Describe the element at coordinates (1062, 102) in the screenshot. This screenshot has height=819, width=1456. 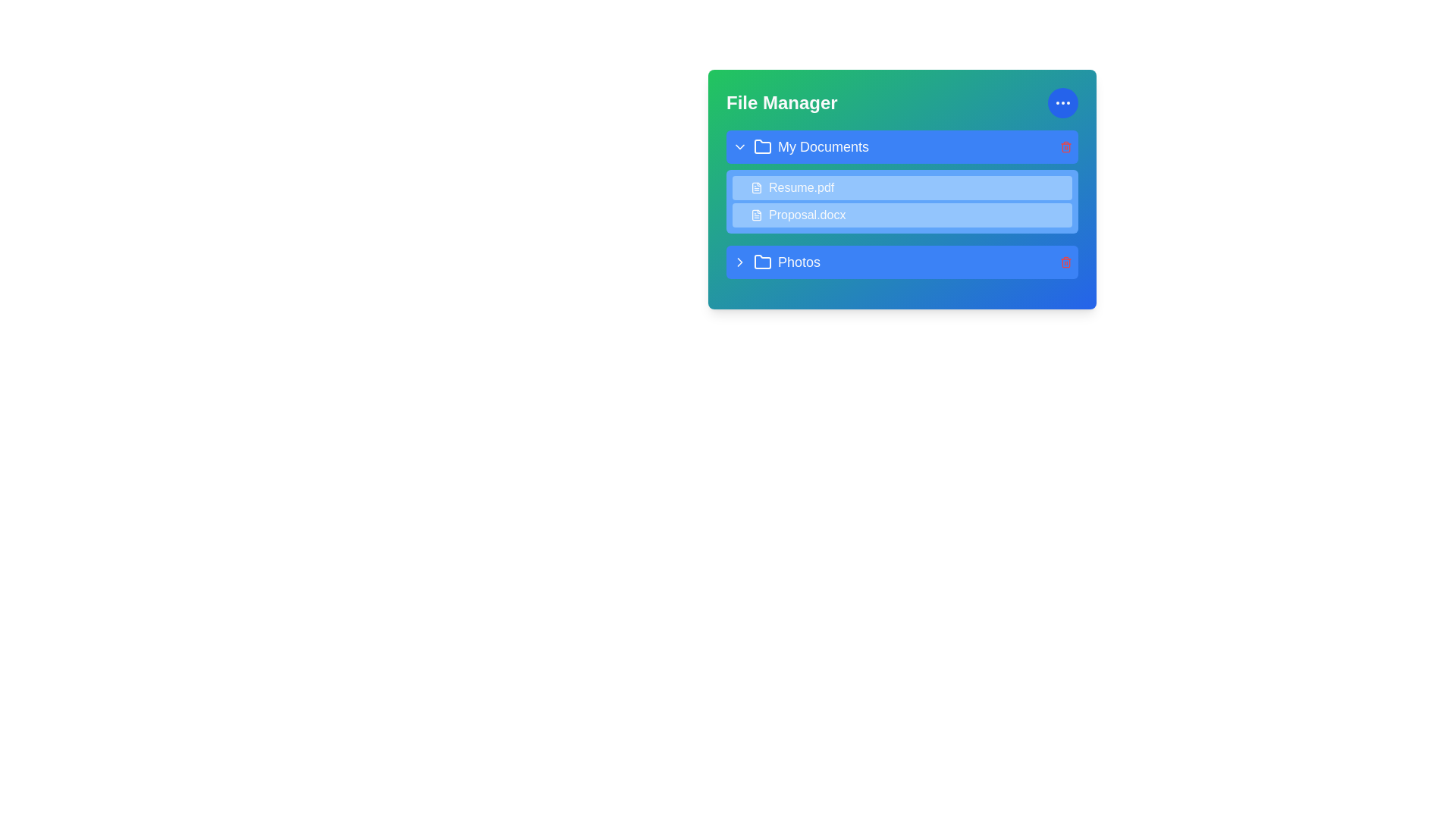
I see `the 'options' icon within the button` at that location.